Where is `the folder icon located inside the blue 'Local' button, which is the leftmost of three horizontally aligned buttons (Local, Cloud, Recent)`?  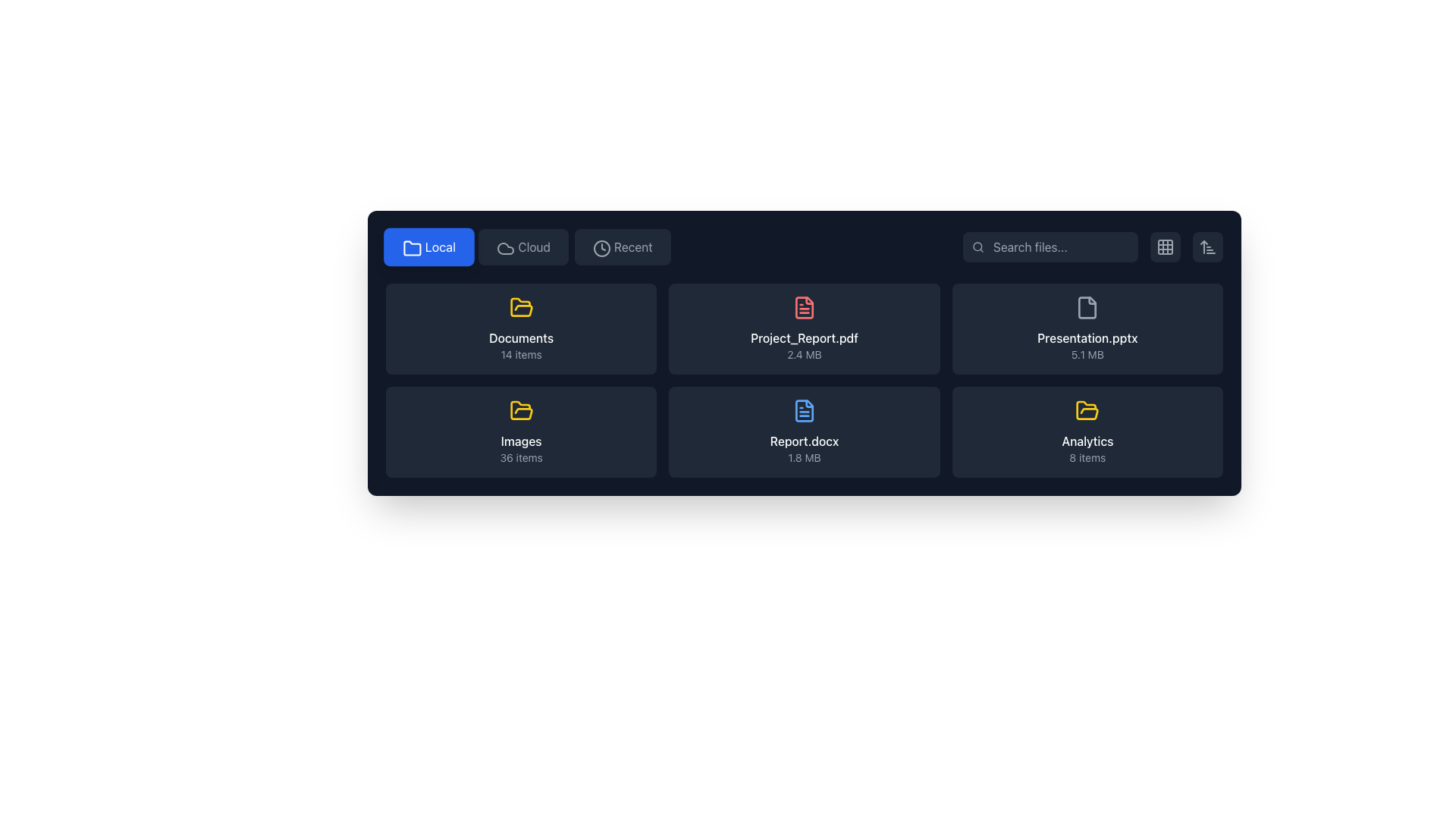
the folder icon located inside the blue 'Local' button, which is the leftmost of three horizontally aligned buttons (Local, Cloud, Recent) is located at coordinates (412, 248).